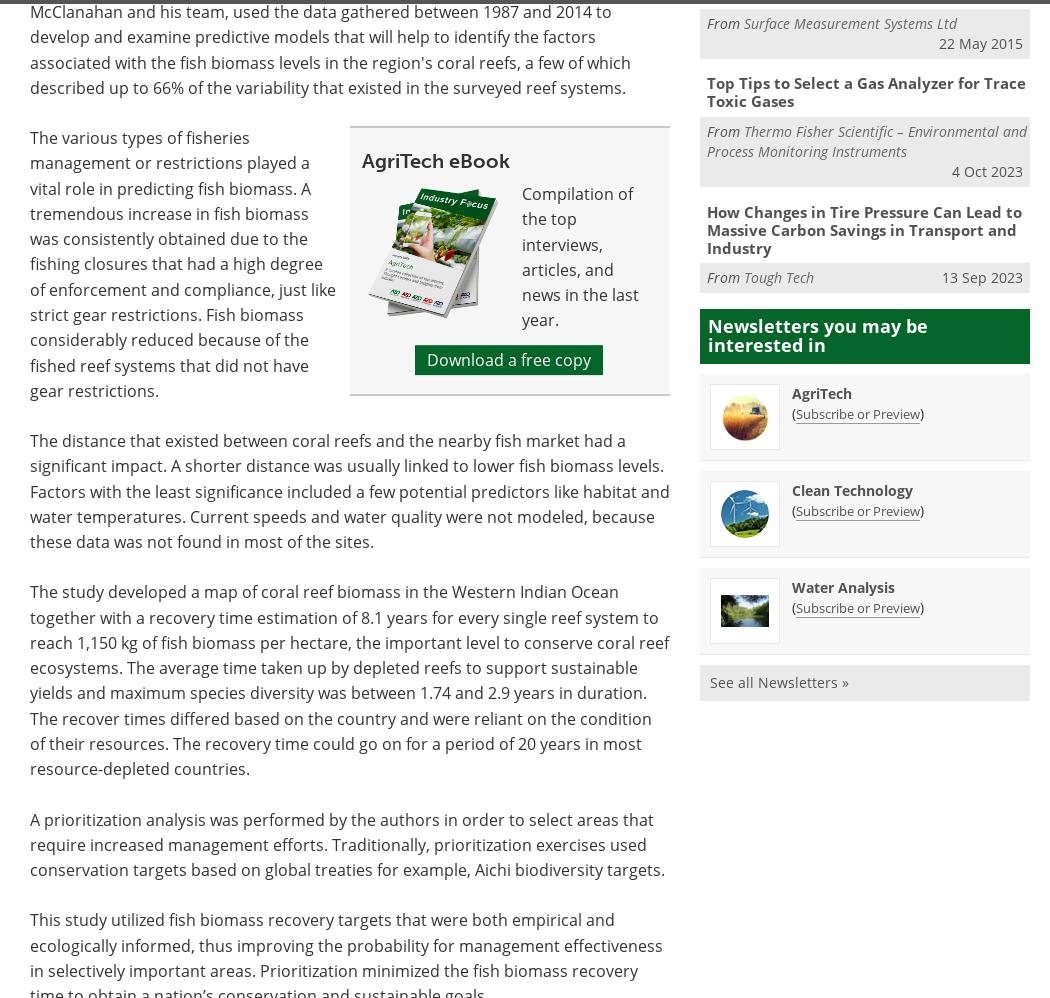 The height and width of the screenshot is (998, 1050). Describe the element at coordinates (864, 91) in the screenshot. I see `'Top Tips to Select a Gas Analyzer for Trace Toxic Gases'` at that location.